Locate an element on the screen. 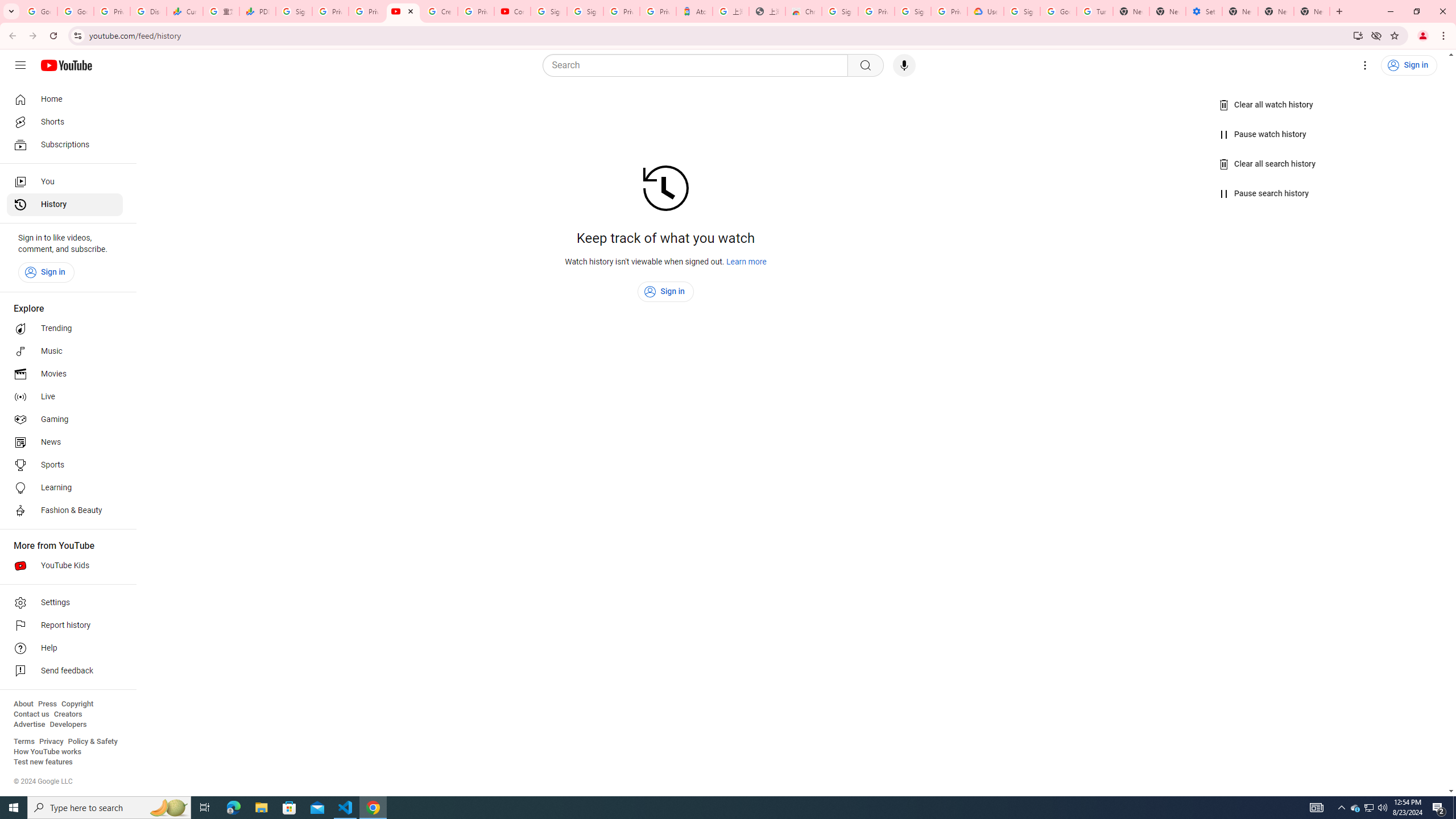 The image size is (1456, 819). 'How YouTube works' is located at coordinates (47, 751).